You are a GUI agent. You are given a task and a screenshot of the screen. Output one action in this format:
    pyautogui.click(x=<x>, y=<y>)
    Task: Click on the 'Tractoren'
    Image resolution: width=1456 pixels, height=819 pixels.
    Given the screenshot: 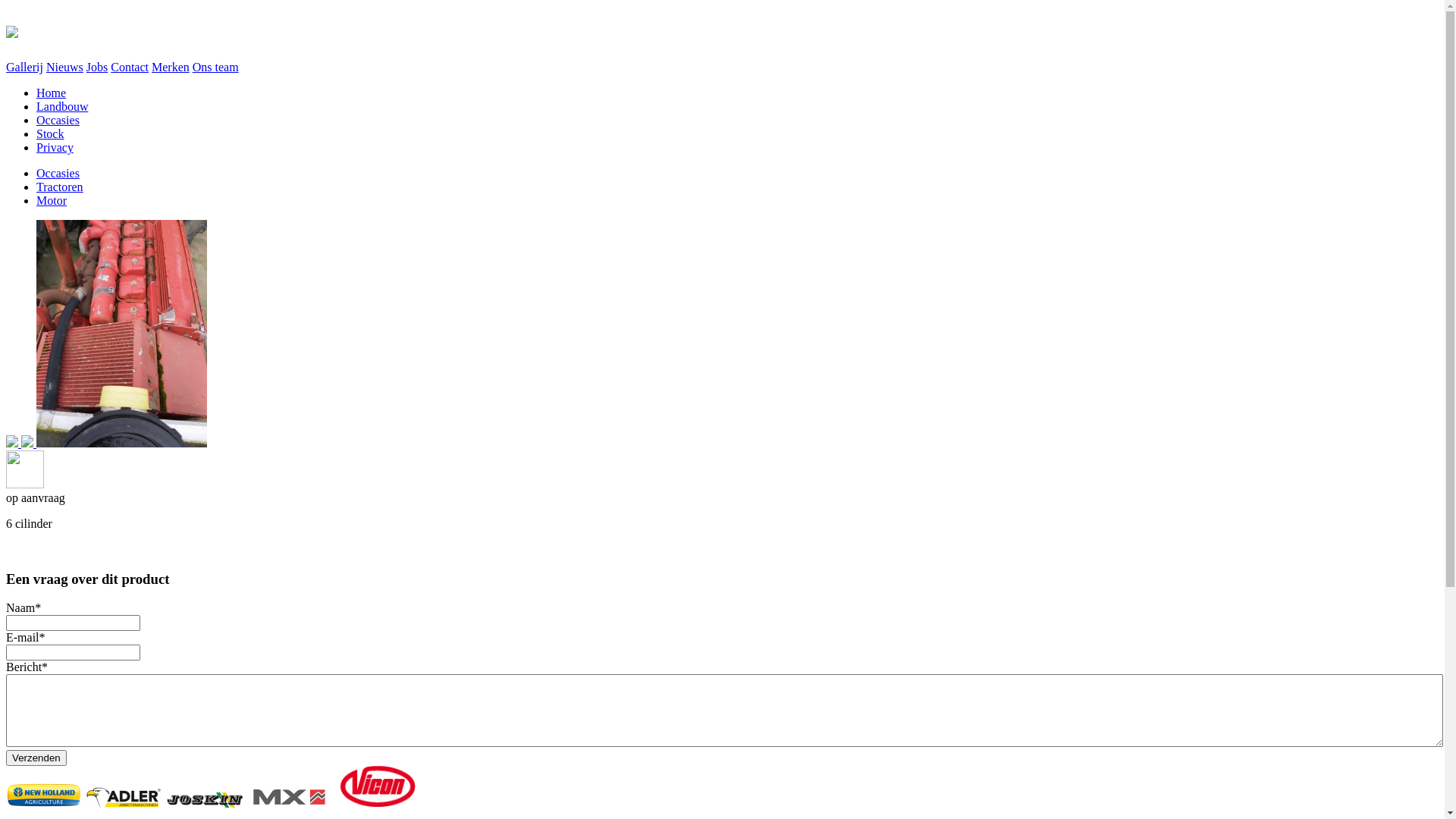 What is the action you would take?
    pyautogui.click(x=59, y=186)
    